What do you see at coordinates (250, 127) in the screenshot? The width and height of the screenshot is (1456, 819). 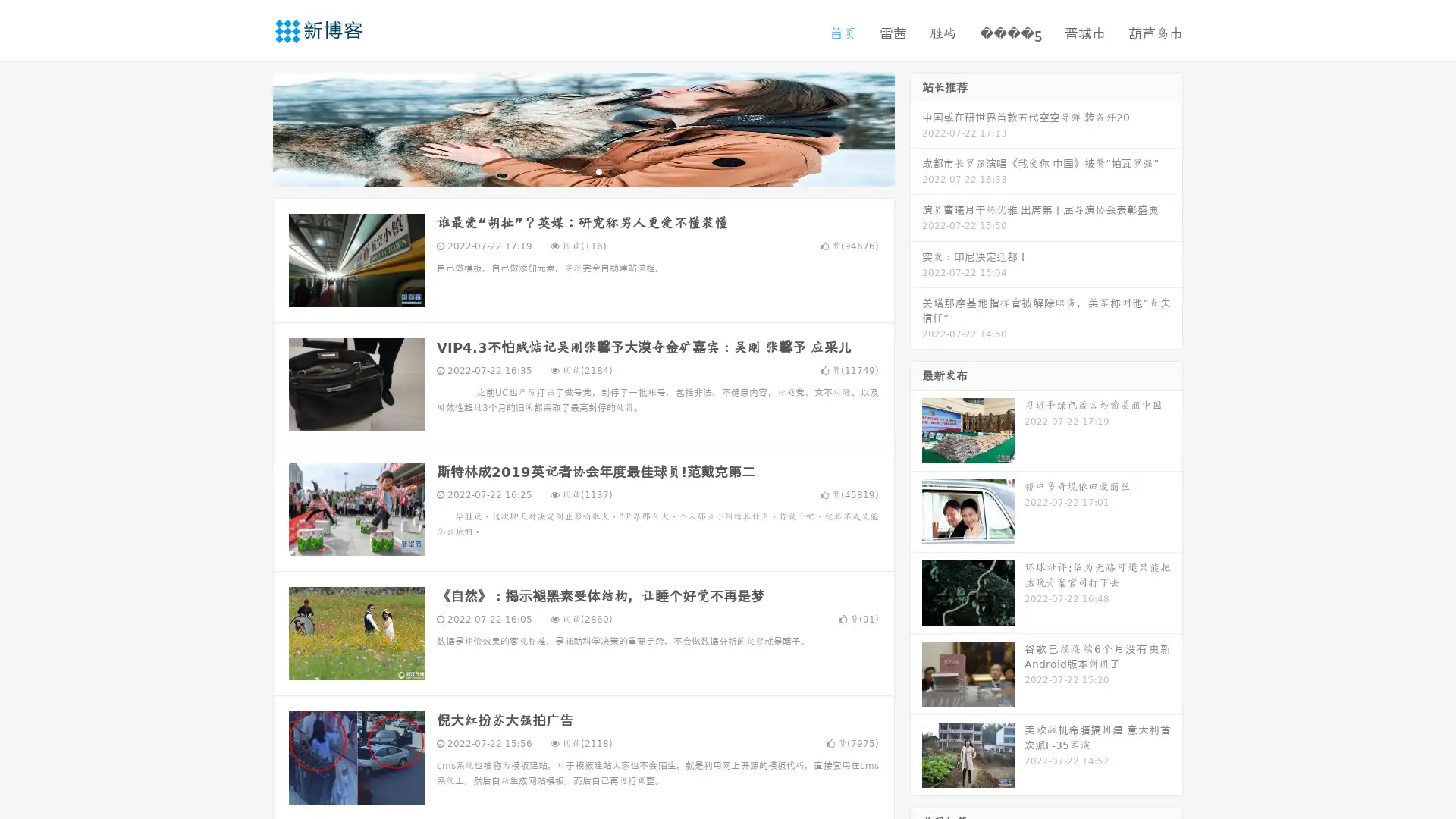 I see `Previous slide` at bounding box center [250, 127].